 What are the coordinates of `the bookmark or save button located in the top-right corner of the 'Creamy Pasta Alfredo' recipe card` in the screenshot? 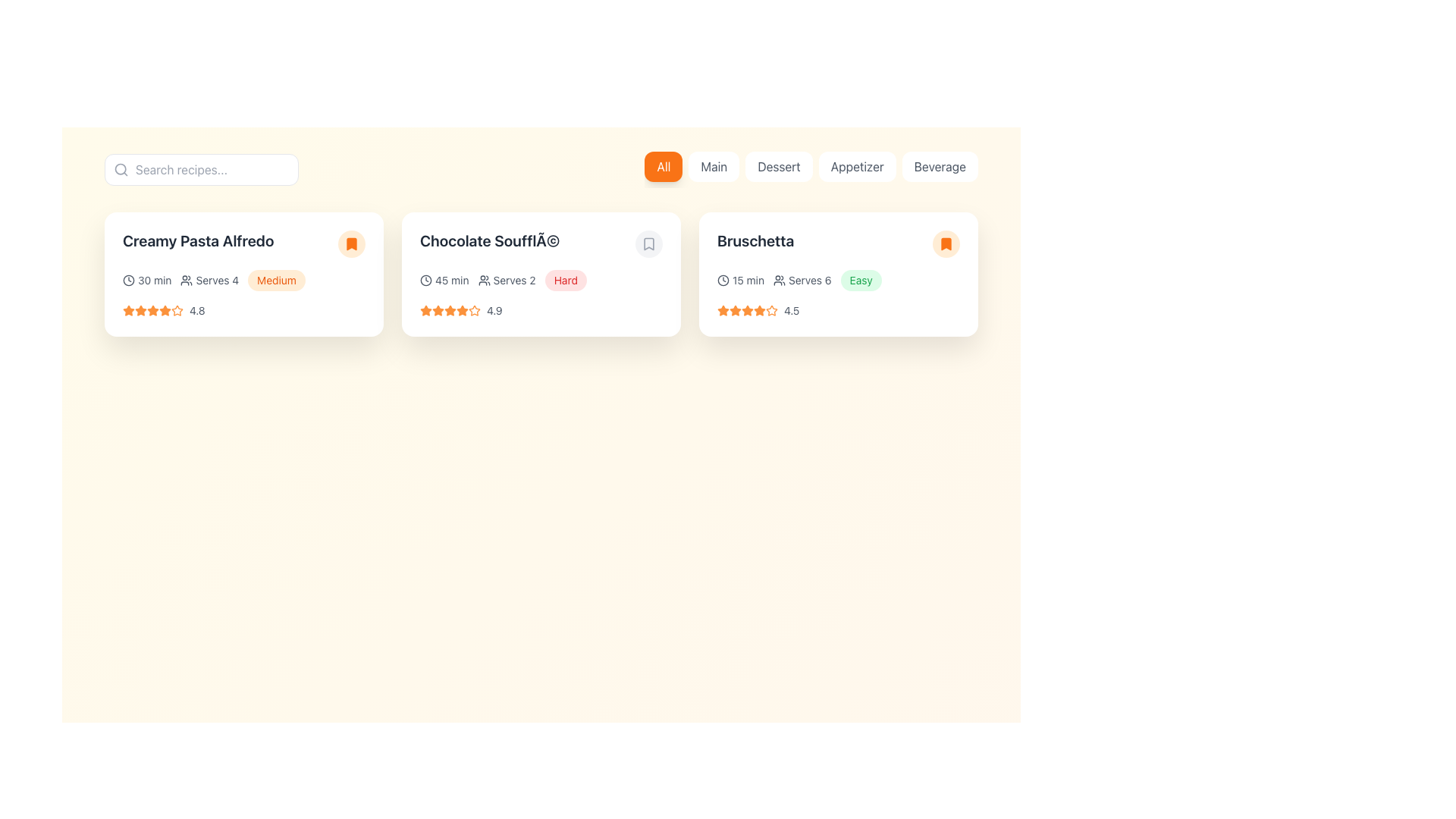 It's located at (351, 243).